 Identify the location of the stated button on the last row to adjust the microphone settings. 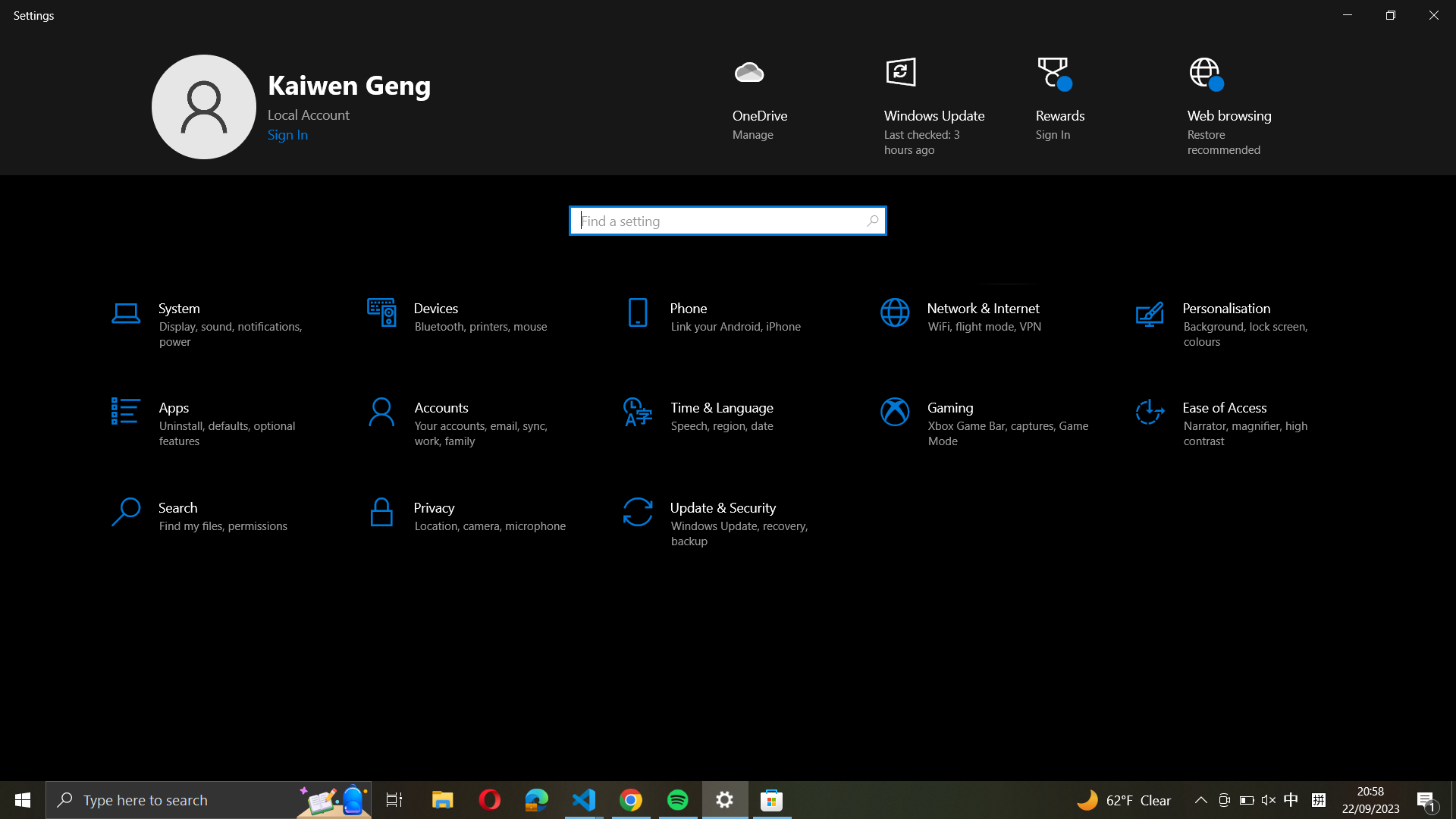
(472, 514).